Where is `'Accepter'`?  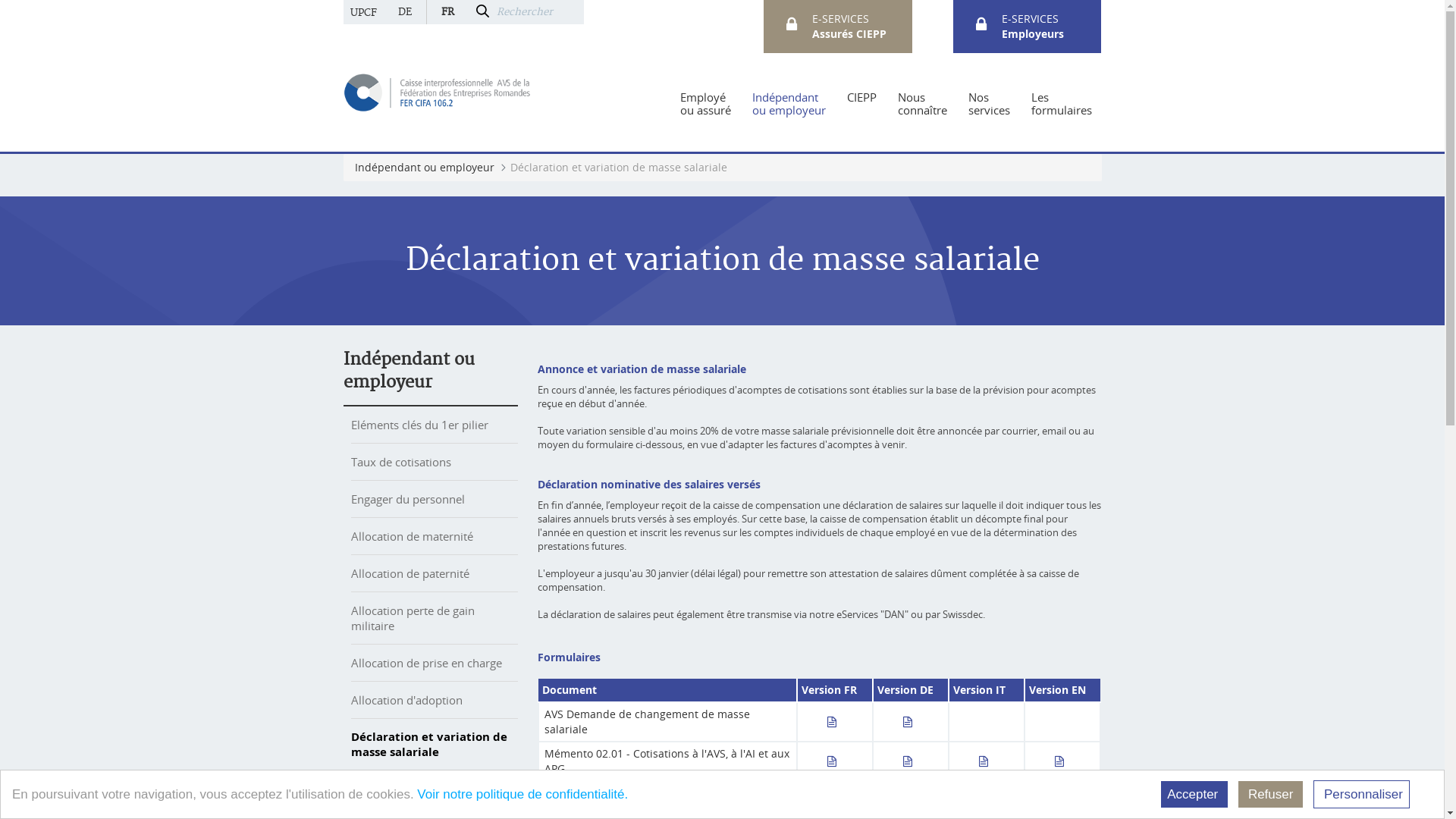 'Accepter' is located at coordinates (1193, 793).